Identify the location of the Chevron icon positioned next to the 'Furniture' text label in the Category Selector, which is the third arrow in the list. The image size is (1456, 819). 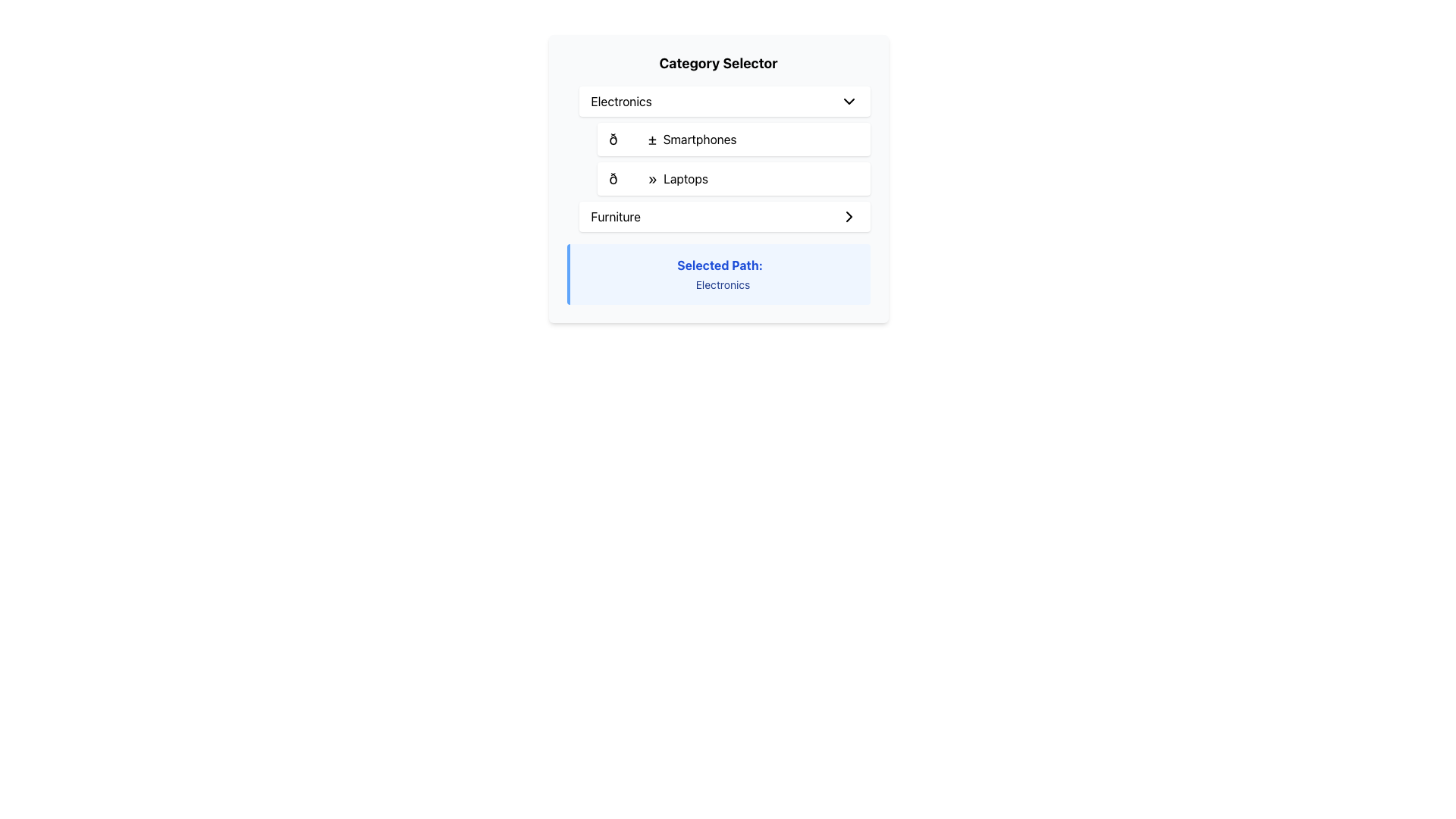
(848, 216).